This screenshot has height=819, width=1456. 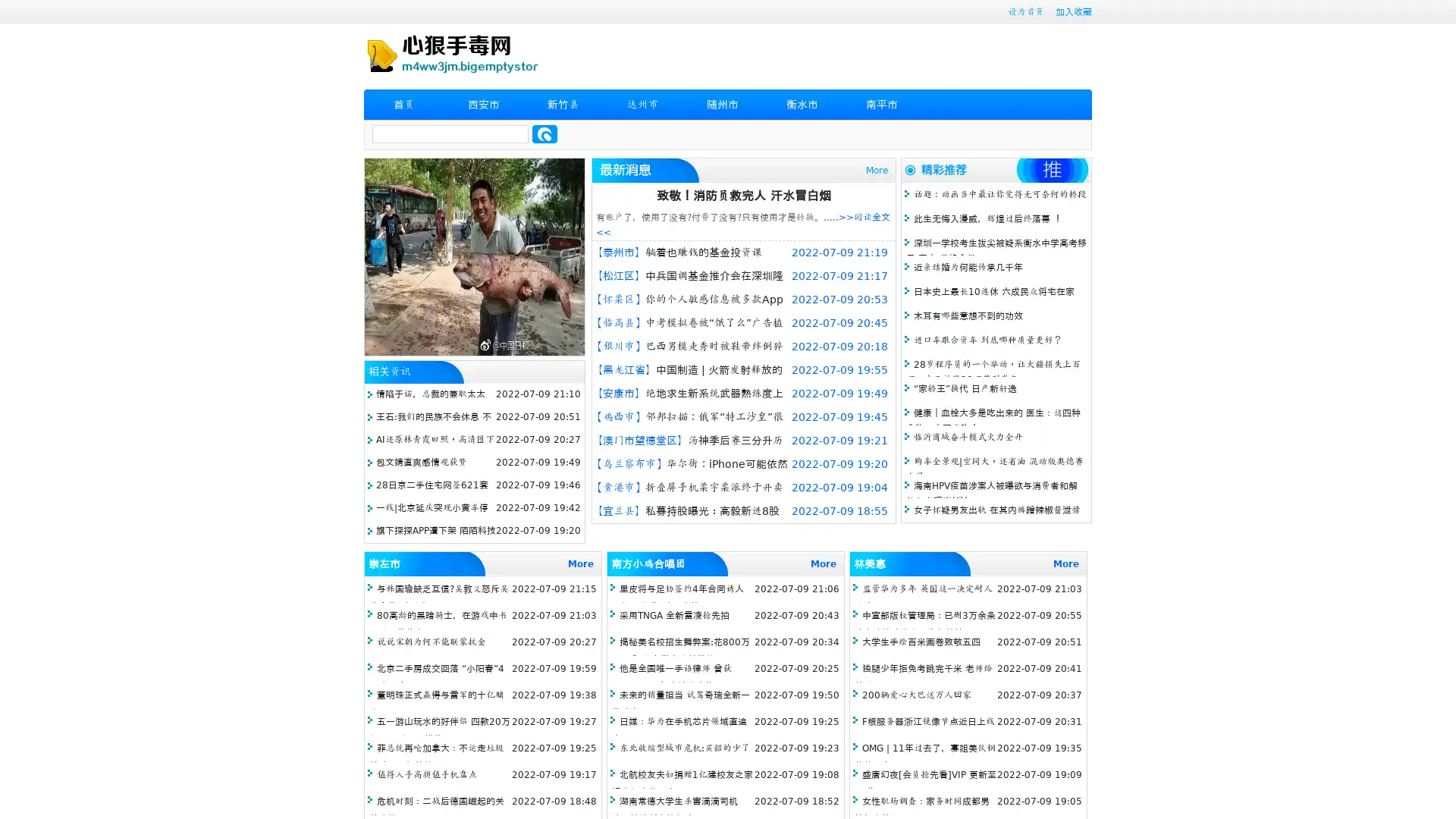 I want to click on Search, so click(x=544, y=133).